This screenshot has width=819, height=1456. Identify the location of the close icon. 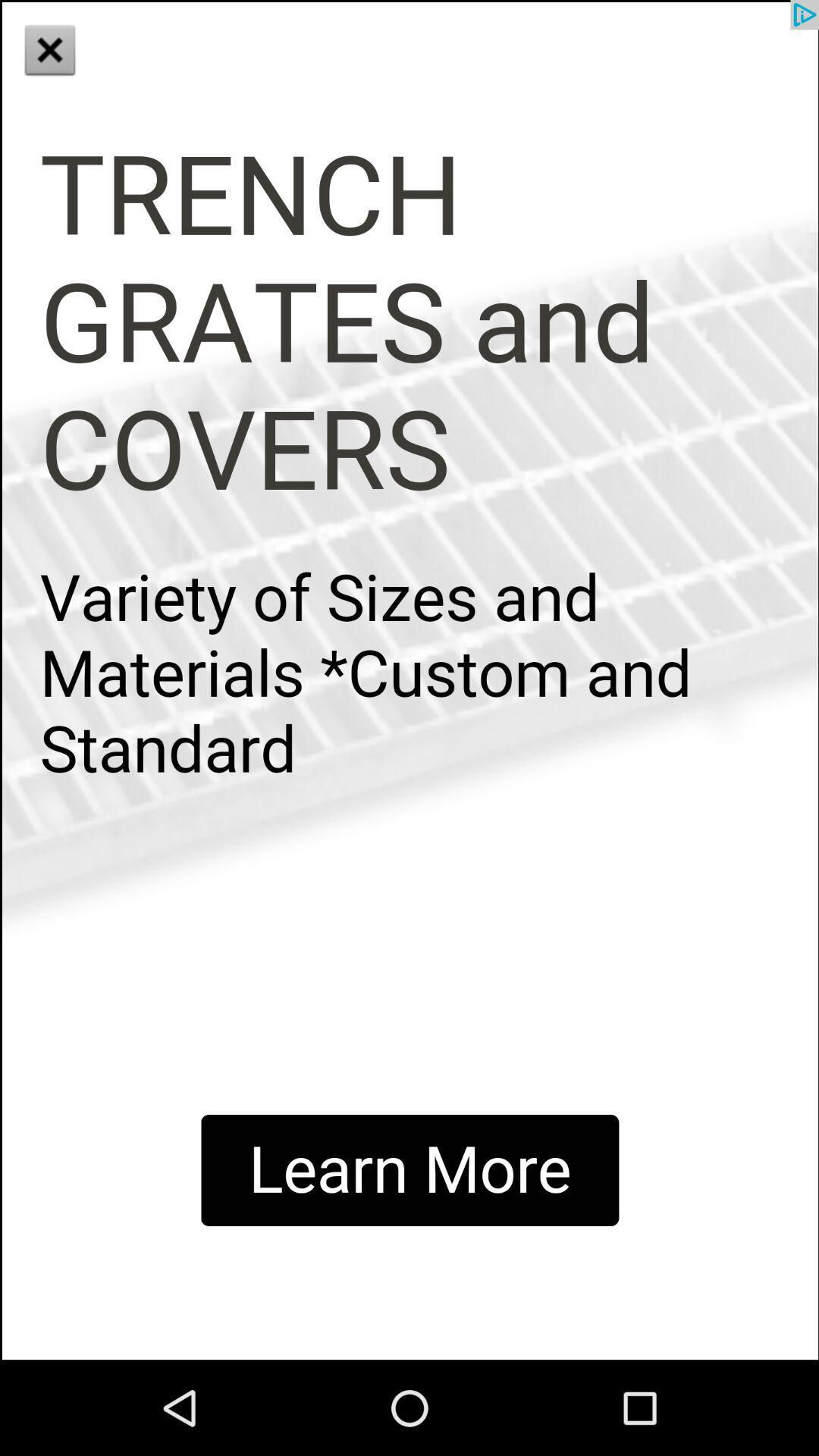
(49, 53).